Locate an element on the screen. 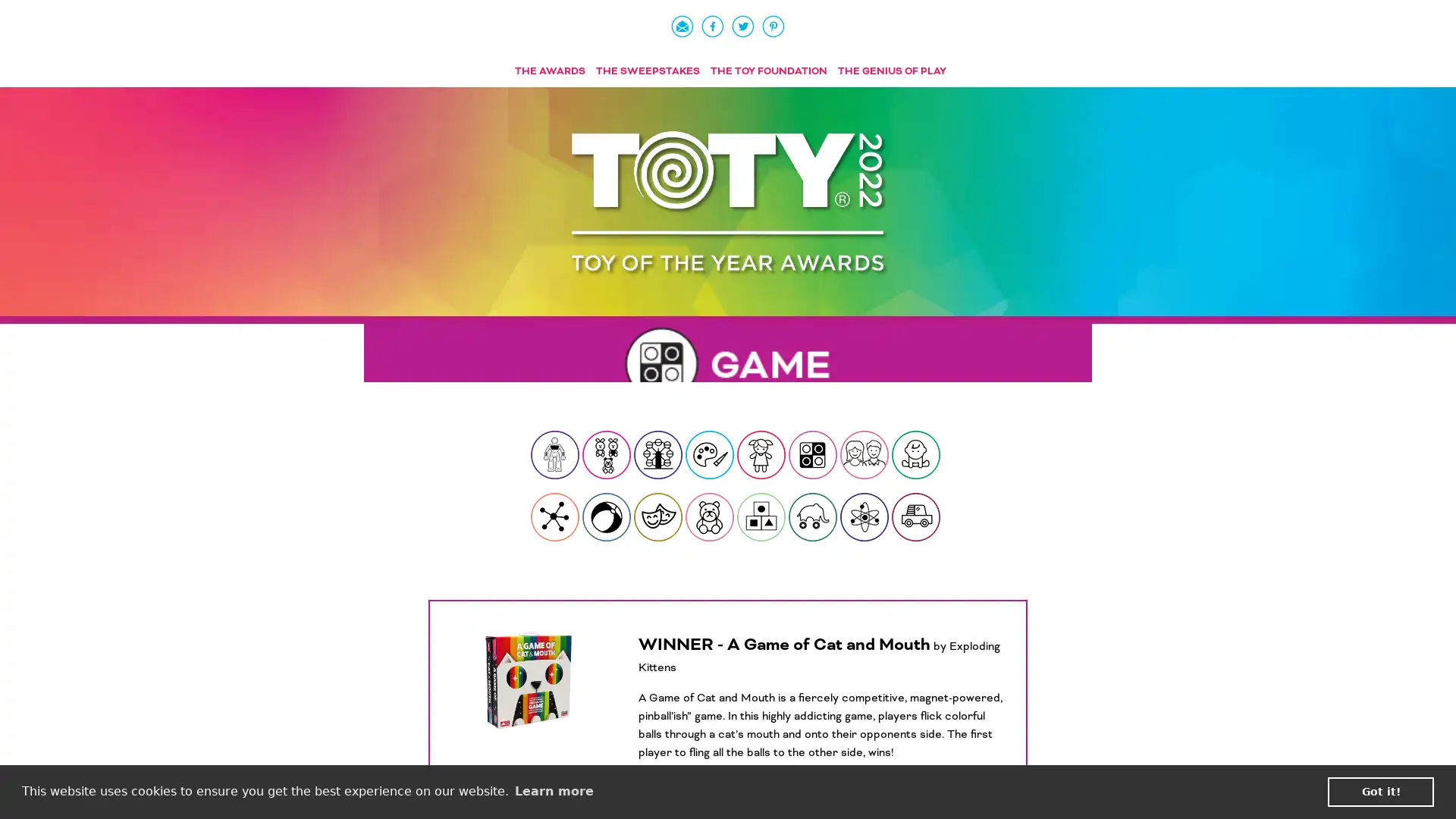 The width and height of the screenshot is (1456, 819). Submit is located at coordinates (811, 516).